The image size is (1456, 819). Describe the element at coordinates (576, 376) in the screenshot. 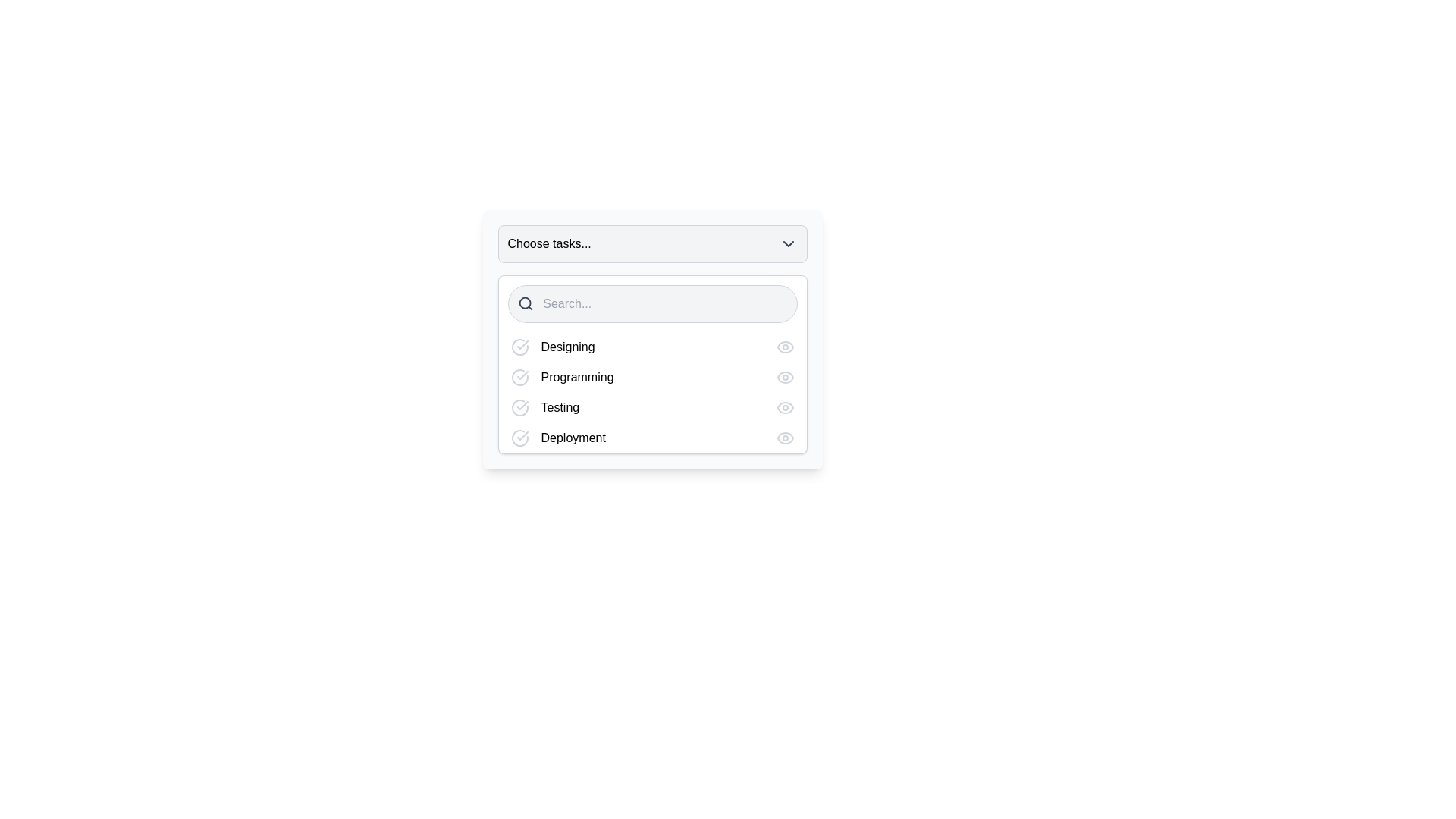

I see `the second text label in the list, which is positioned between 'Designing' and 'Testing'` at that location.